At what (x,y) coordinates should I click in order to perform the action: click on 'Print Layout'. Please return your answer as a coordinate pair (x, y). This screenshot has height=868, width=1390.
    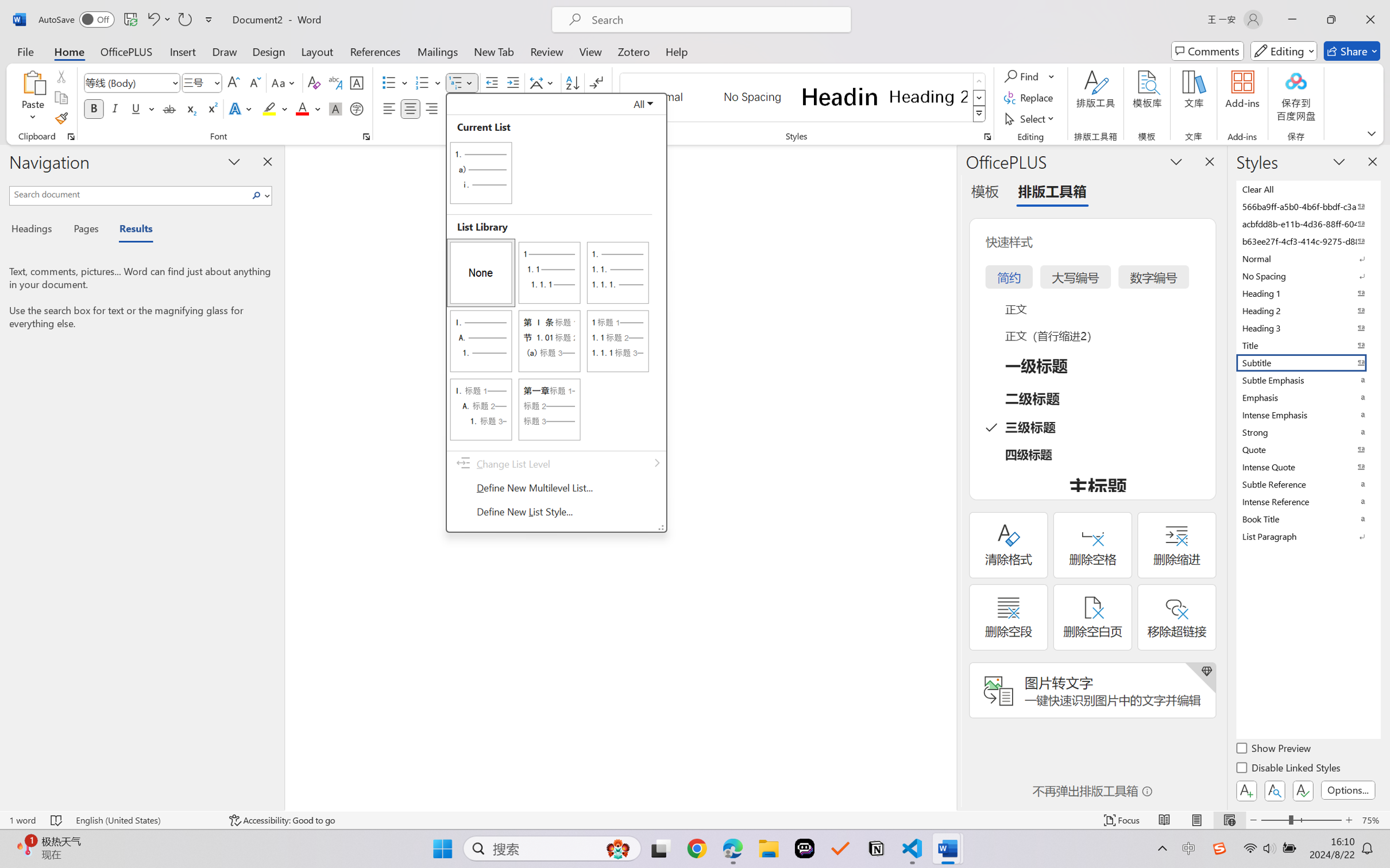
    Looking at the image, I should click on (1196, 820).